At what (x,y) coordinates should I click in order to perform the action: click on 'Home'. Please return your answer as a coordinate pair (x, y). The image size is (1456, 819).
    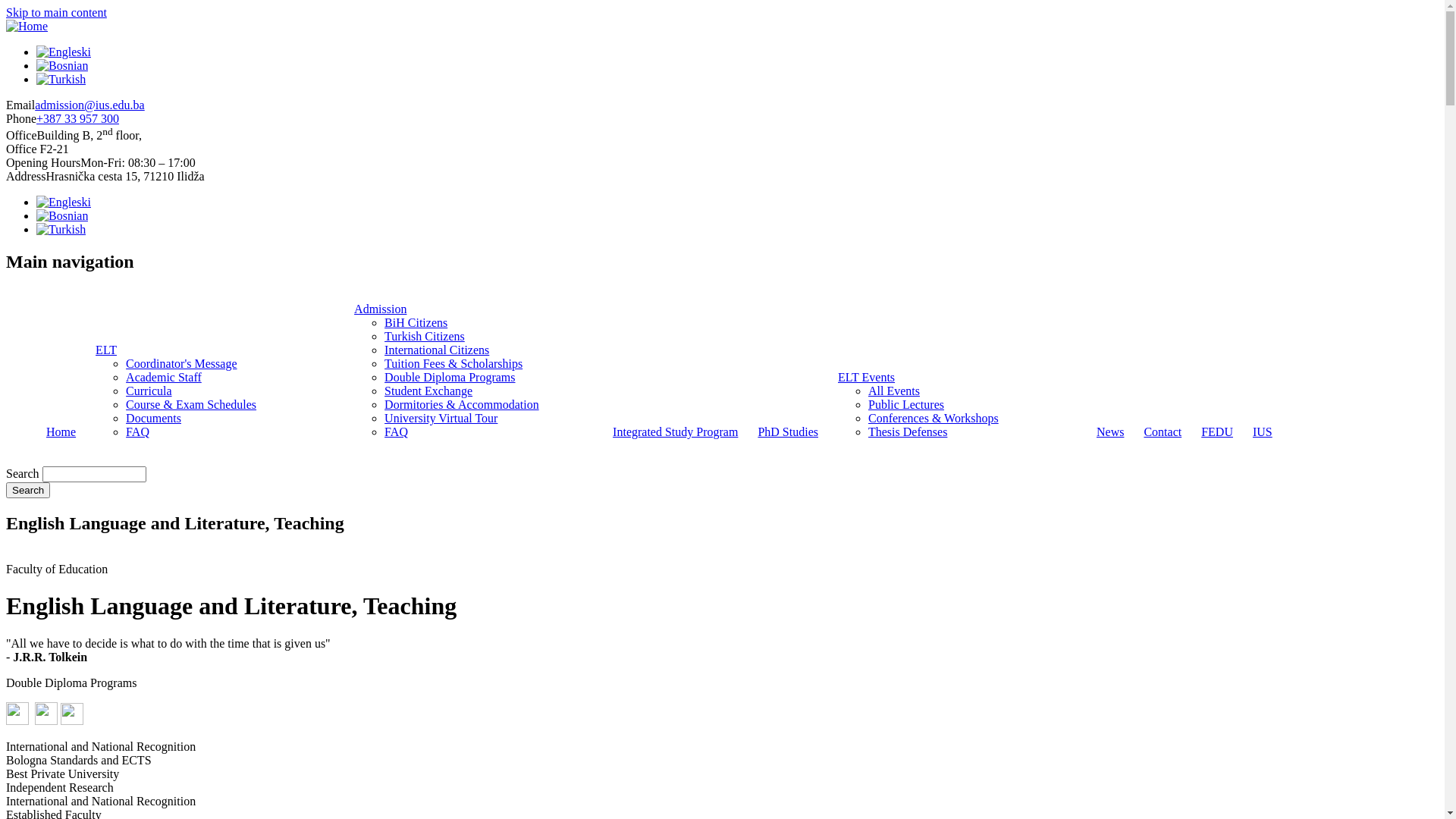
    Looking at the image, I should click on (27, 26).